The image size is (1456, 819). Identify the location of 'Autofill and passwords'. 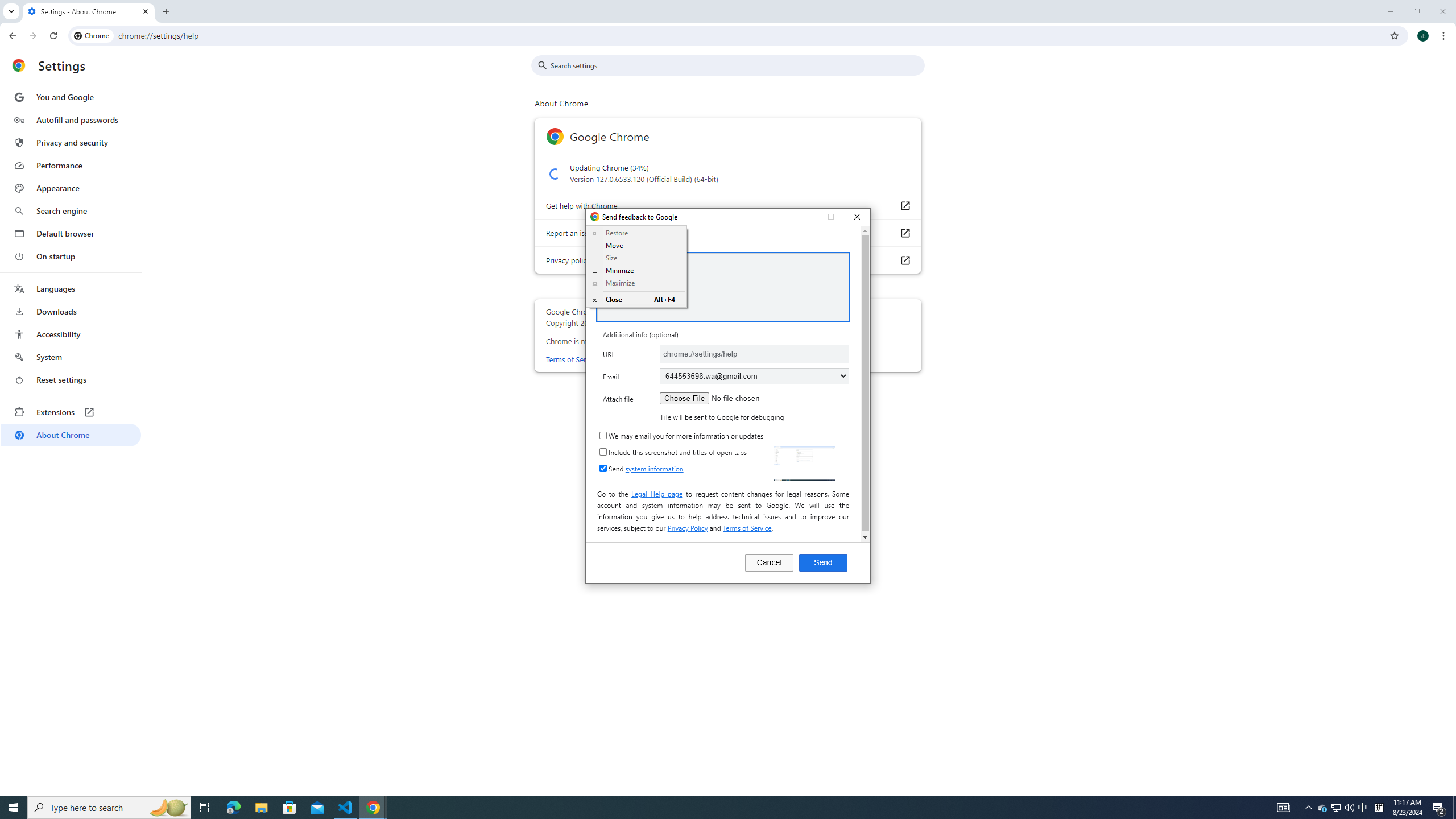
(70, 119).